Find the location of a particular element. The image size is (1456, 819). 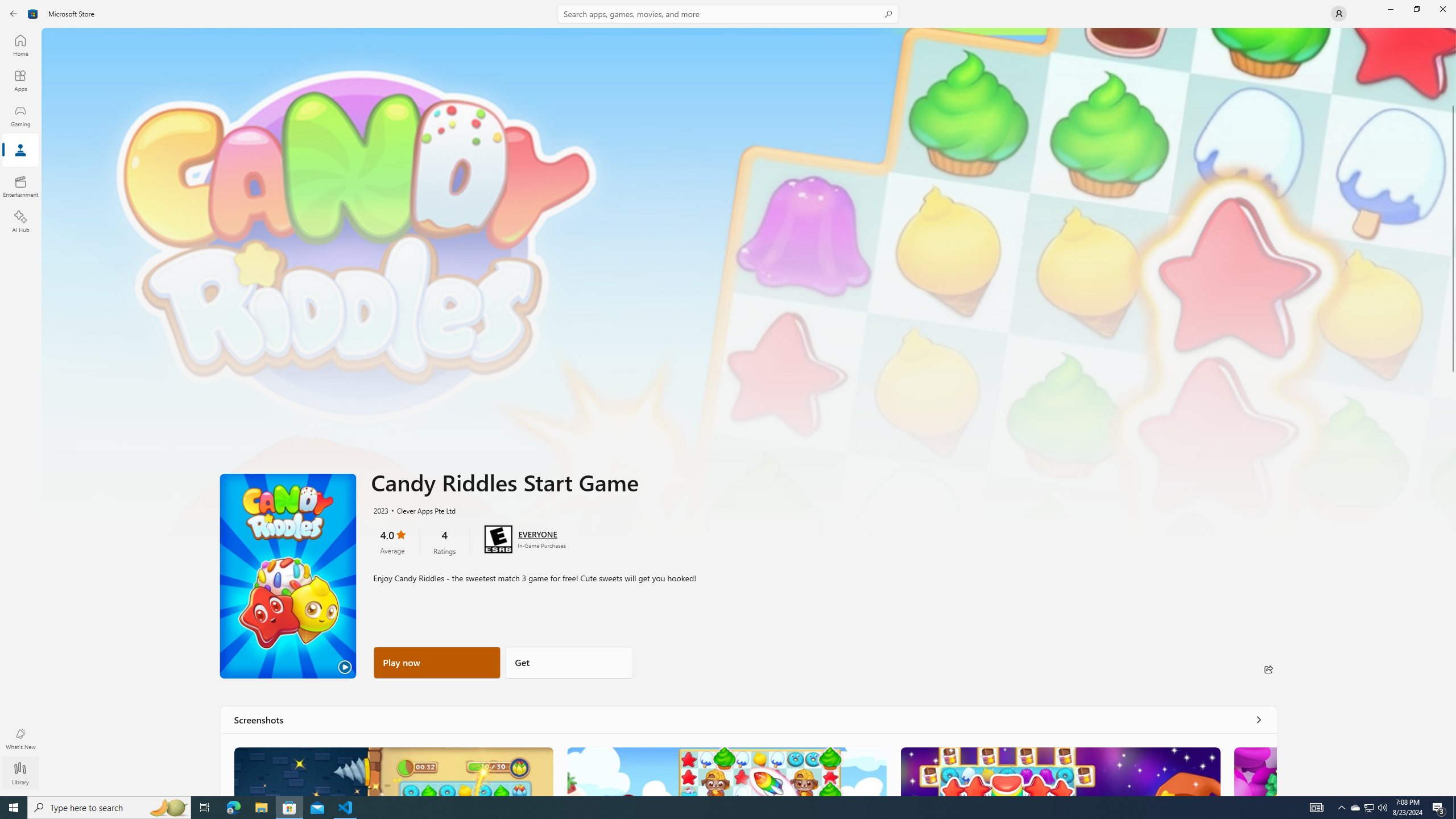

'Class: Image' is located at coordinates (16, 13).